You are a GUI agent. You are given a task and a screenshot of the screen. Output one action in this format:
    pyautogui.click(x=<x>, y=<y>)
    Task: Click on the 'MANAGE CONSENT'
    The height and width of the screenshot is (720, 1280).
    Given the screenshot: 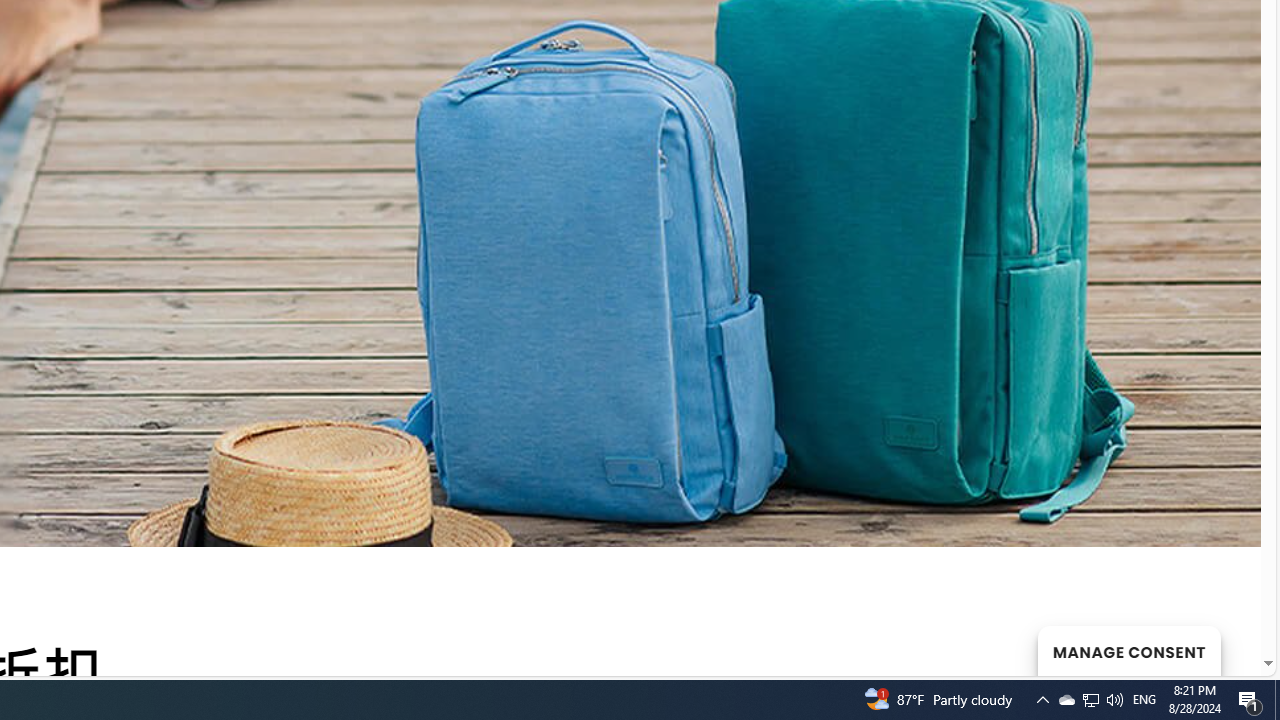 What is the action you would take?
    pyautogui.click(x=1128, y=650)
    